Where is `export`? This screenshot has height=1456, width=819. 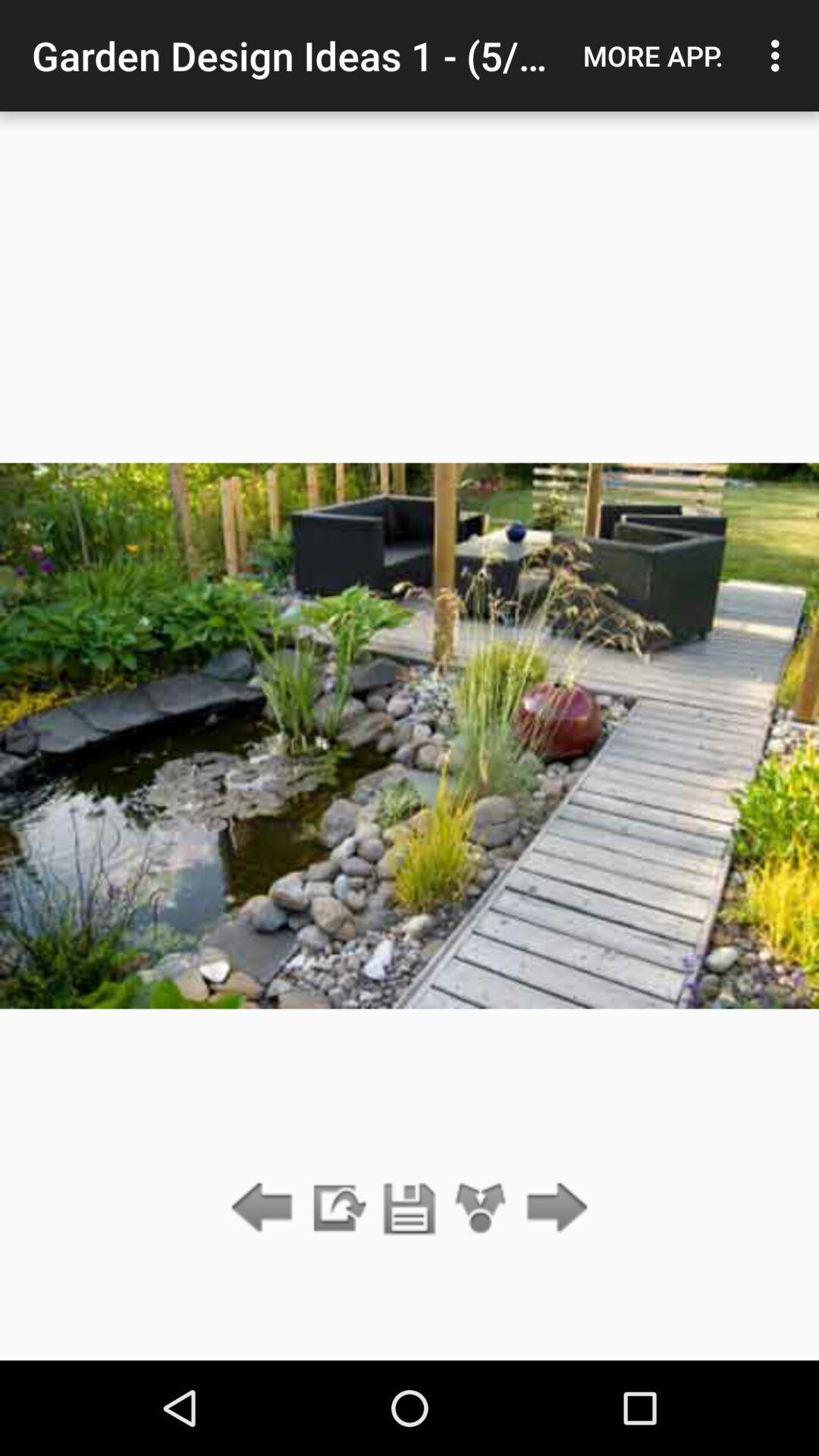
export is located at coordinates (337, 1208).